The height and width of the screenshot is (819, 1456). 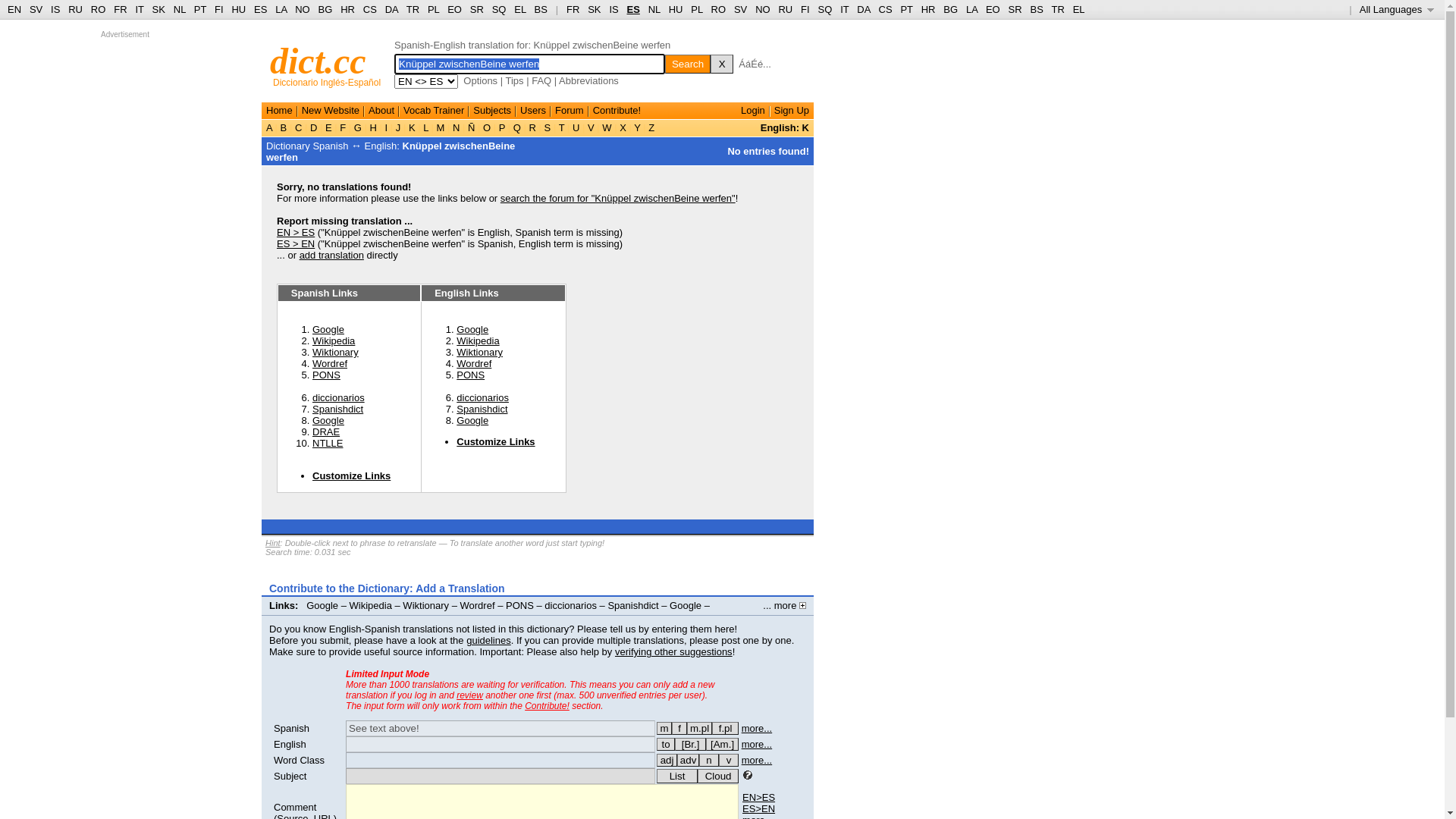 What do you see at coordinates (666, 743) in the screenshot?
I see `'to'` at bounding box center [666, 743].